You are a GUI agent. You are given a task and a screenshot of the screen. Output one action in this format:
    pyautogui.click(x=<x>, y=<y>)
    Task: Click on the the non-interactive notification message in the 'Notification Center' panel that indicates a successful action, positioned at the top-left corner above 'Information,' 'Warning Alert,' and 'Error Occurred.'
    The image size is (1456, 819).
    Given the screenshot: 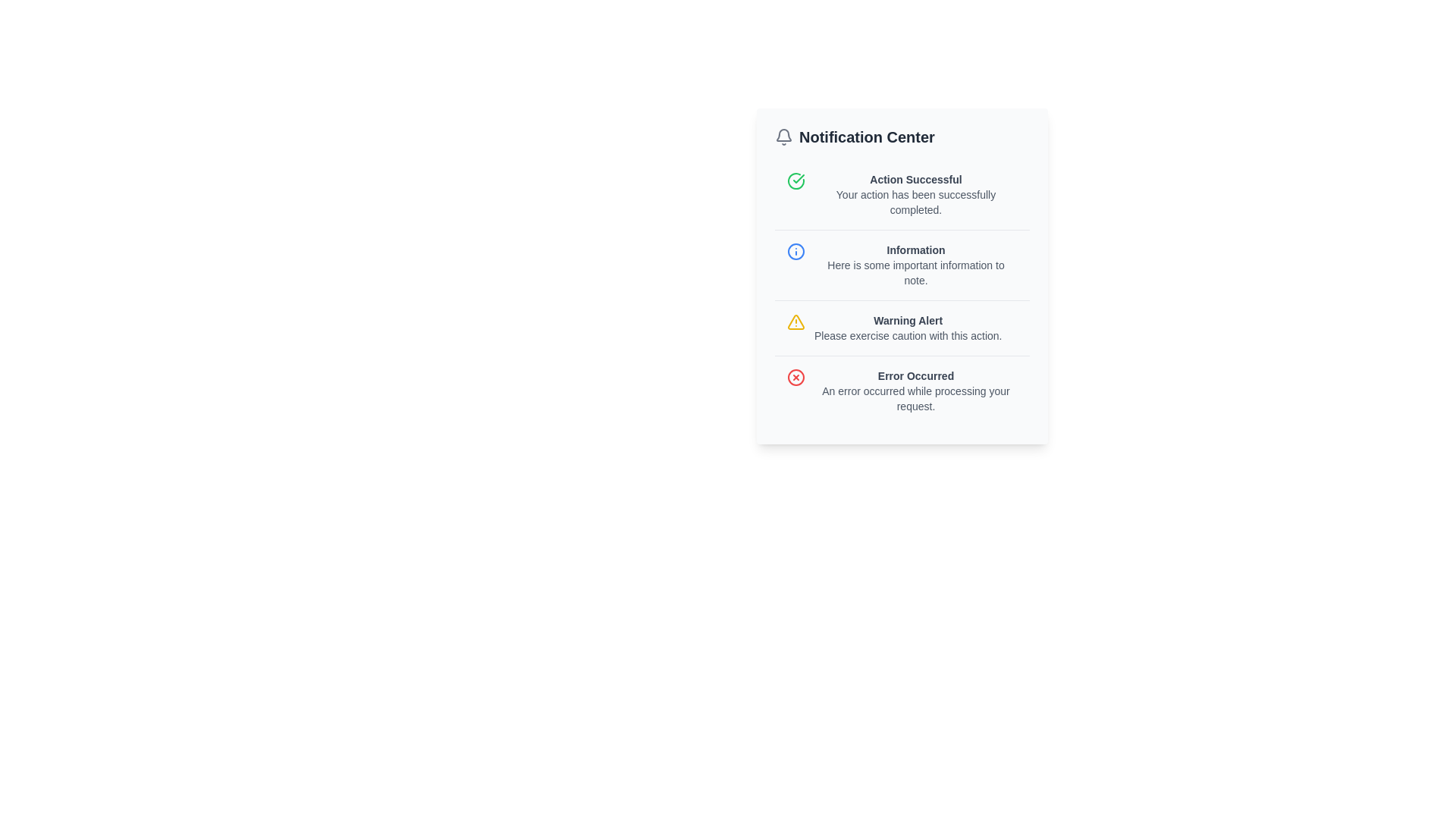 What is the action you would take?
    pyautogui.click(x=902, y=194)
    